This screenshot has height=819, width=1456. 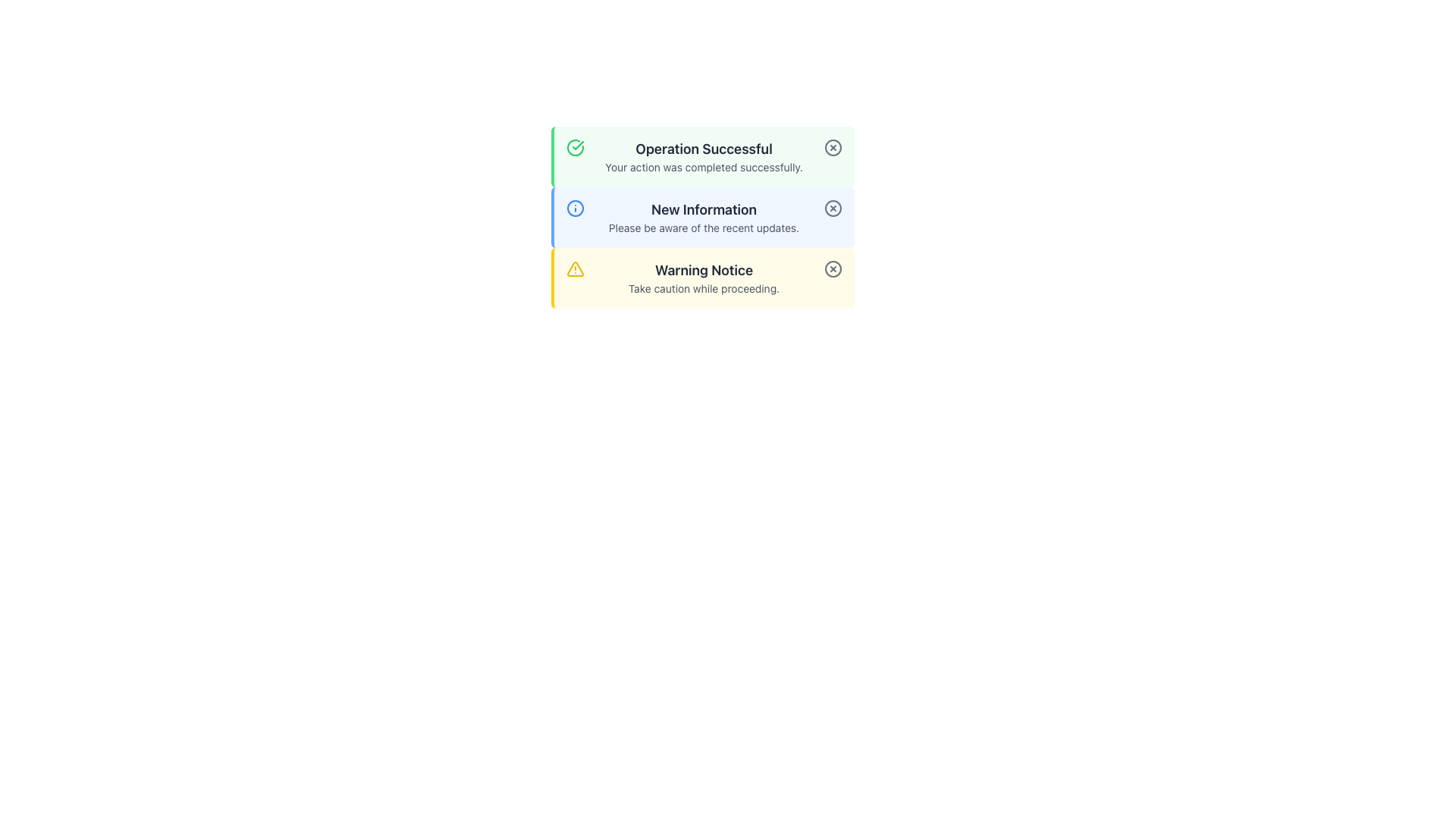 What do you see at coordinates (703, 149) in the screenshot?
I see `text label that serves as the title of the notification message, positioned at the top of the notification box and horizontally centered` at bounding box center [703, 149].